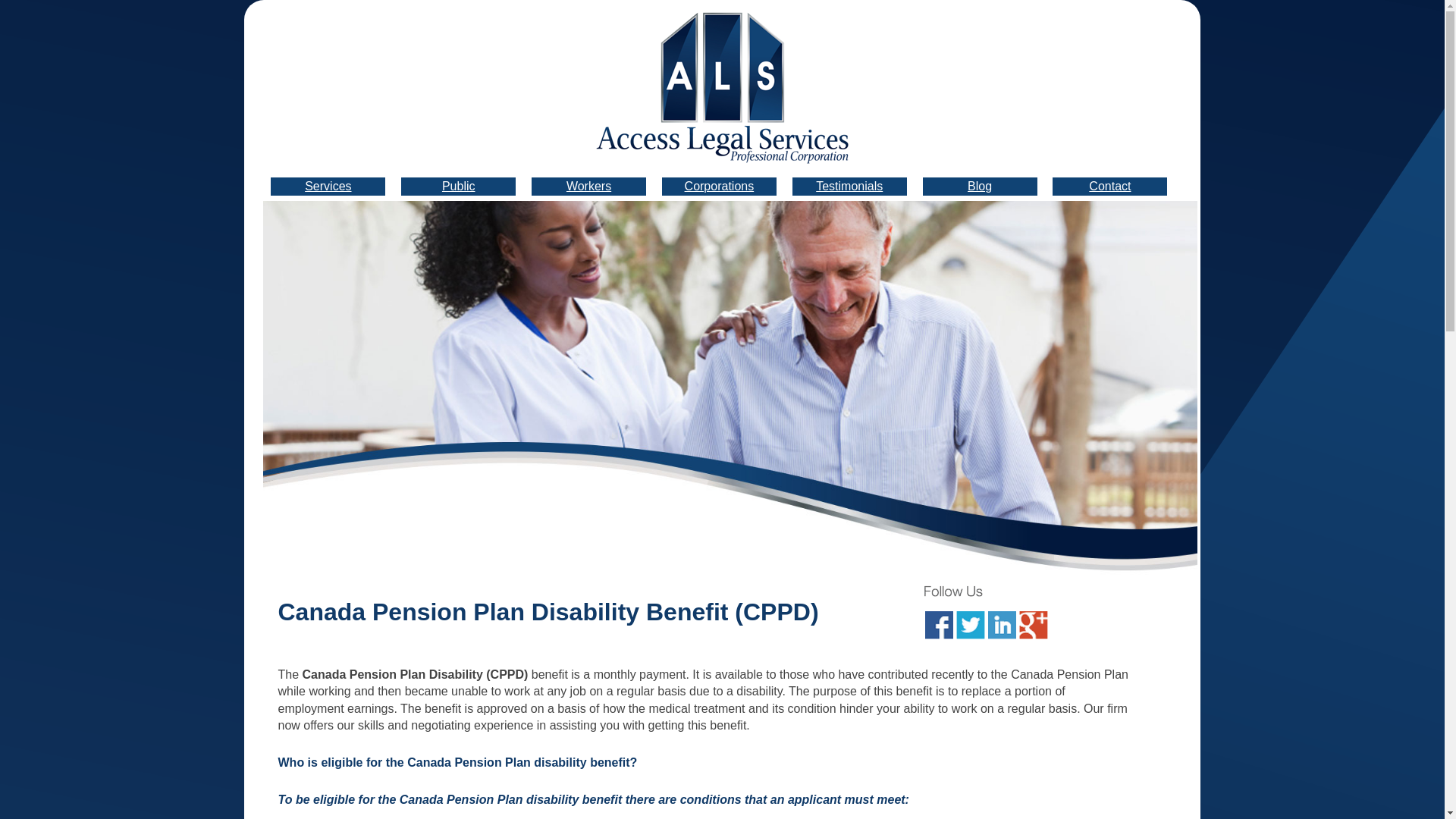 This screenshot has width=1456, height=819. Describe the element at coordinates (327, 185) in the screenshot. I see `'Services'` at that location.